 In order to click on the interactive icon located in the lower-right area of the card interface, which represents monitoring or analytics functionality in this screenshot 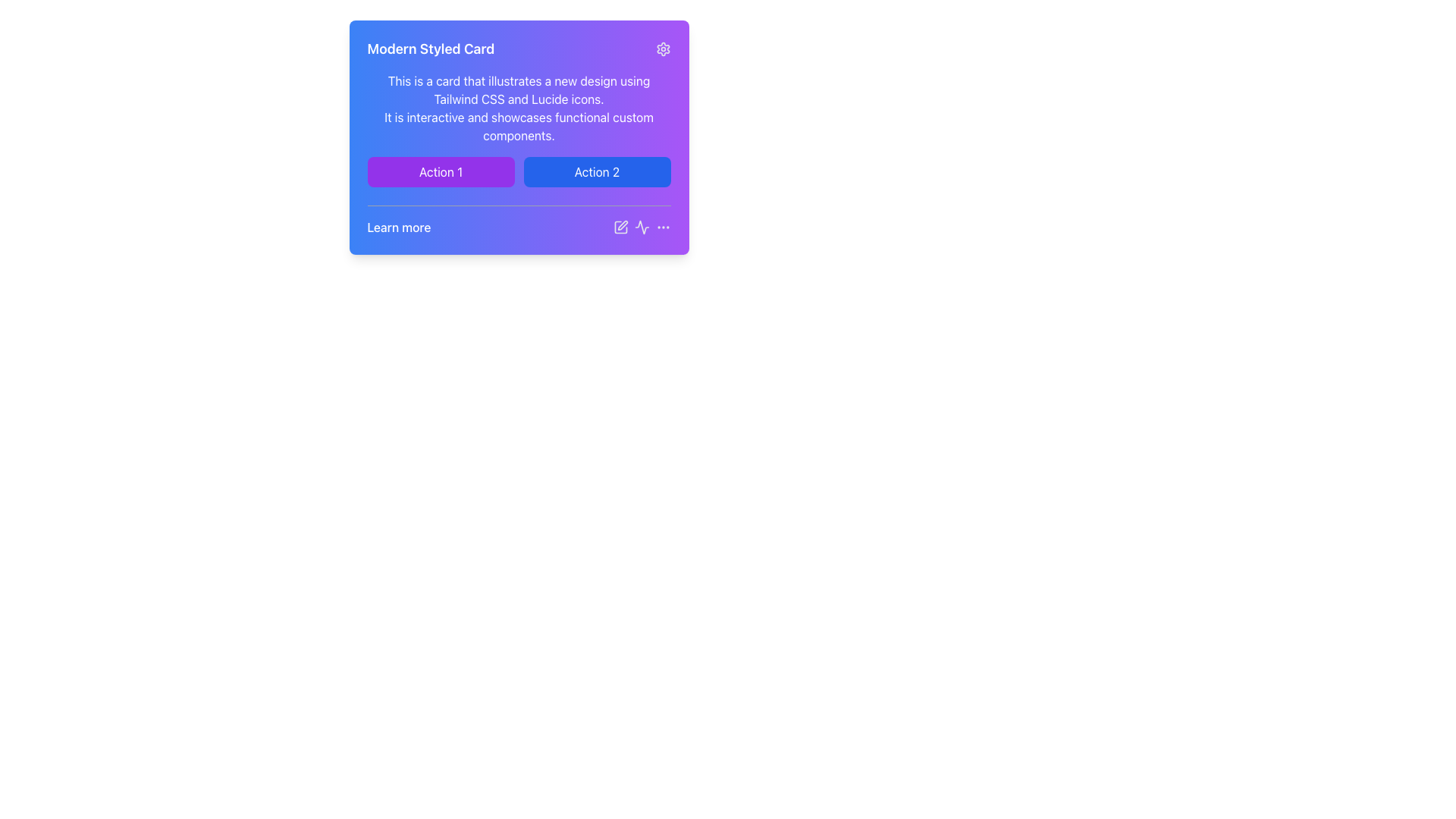, I will do `click(642, 227)`.